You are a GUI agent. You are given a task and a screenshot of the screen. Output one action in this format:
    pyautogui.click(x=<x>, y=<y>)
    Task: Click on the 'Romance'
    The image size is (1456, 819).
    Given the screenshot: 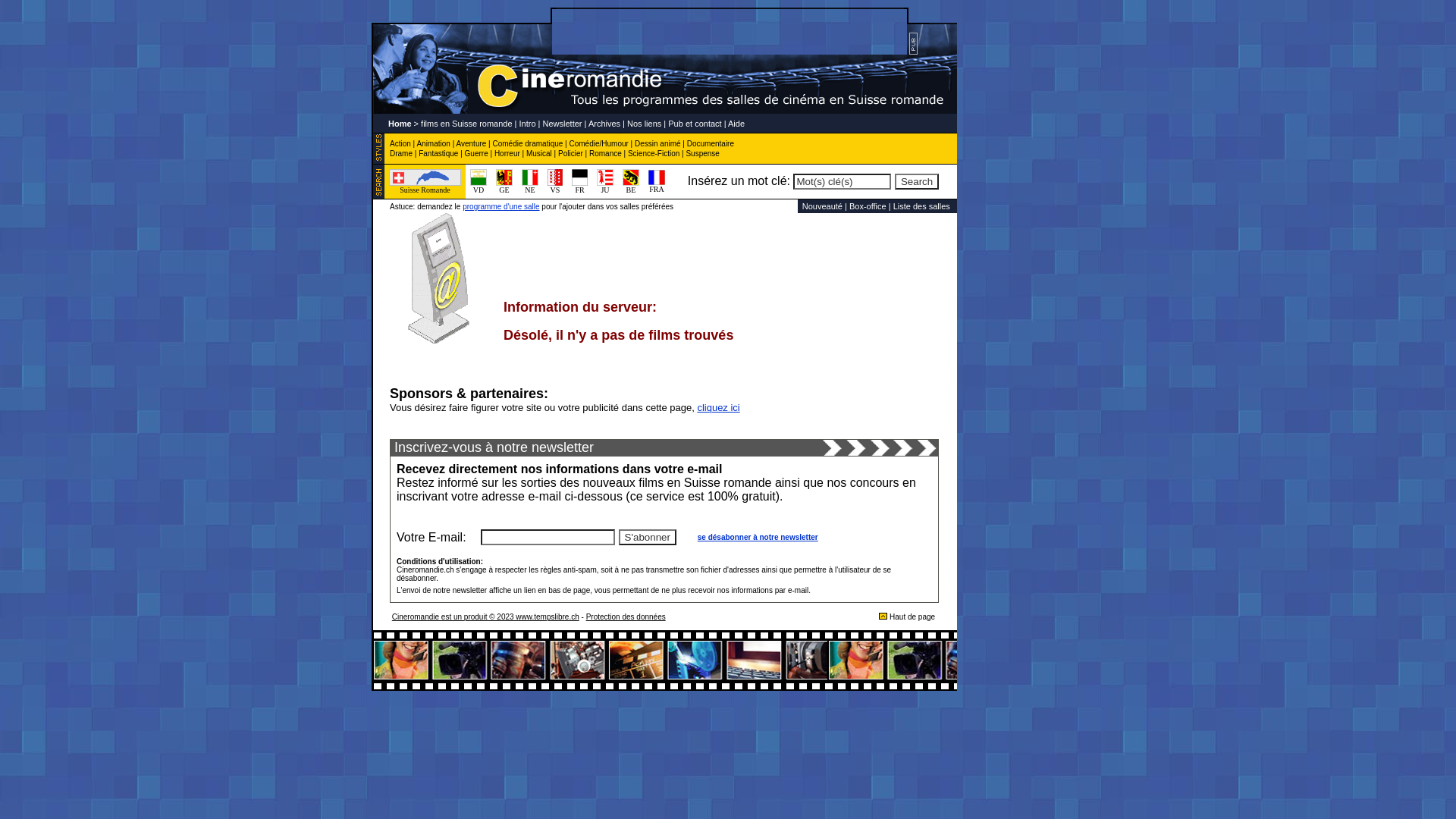 What is the action you would take?
    pyautogui.click(x=604, y=153)
    